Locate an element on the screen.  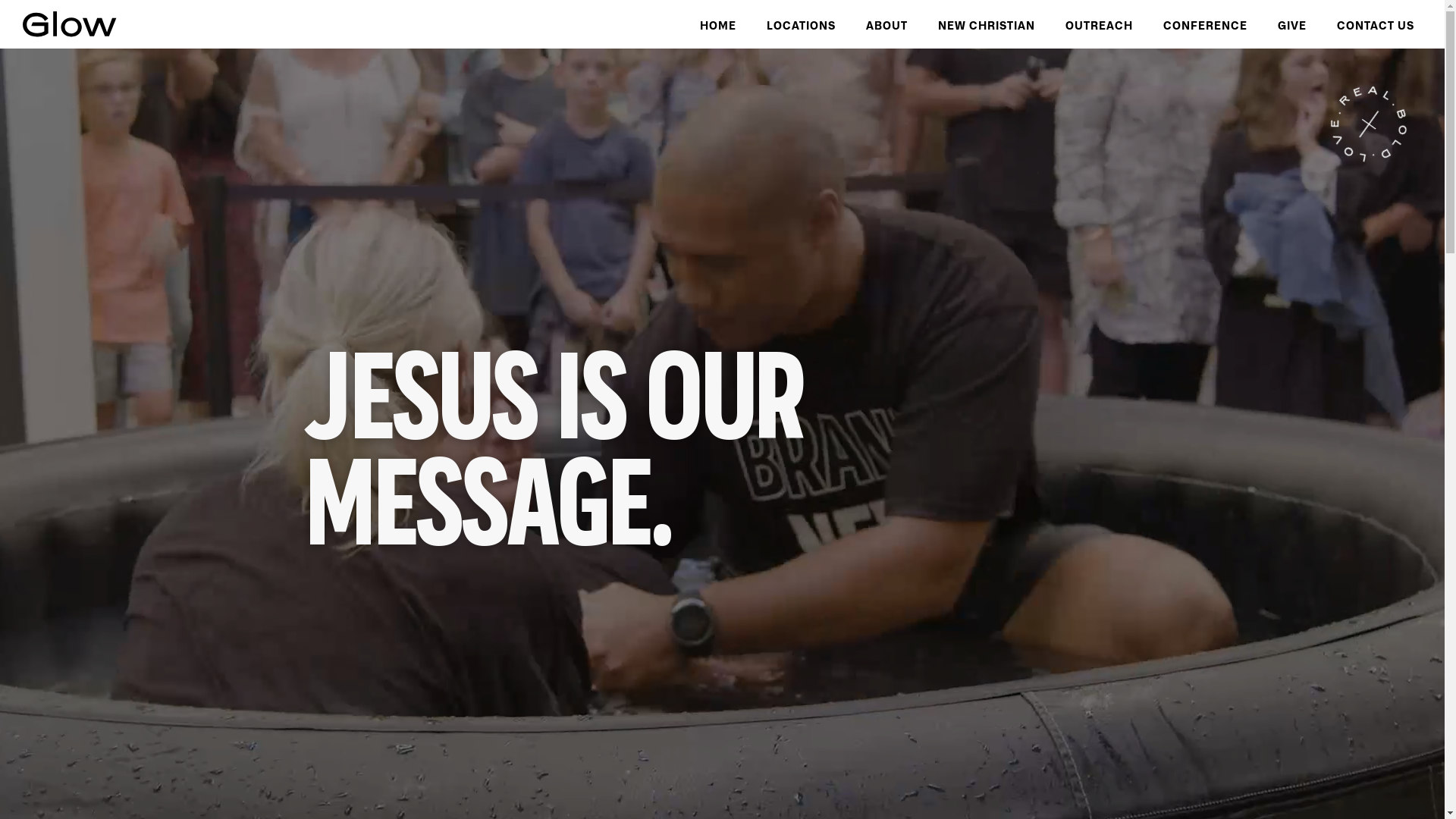
'HOME' is located at coordinates (717, 24).